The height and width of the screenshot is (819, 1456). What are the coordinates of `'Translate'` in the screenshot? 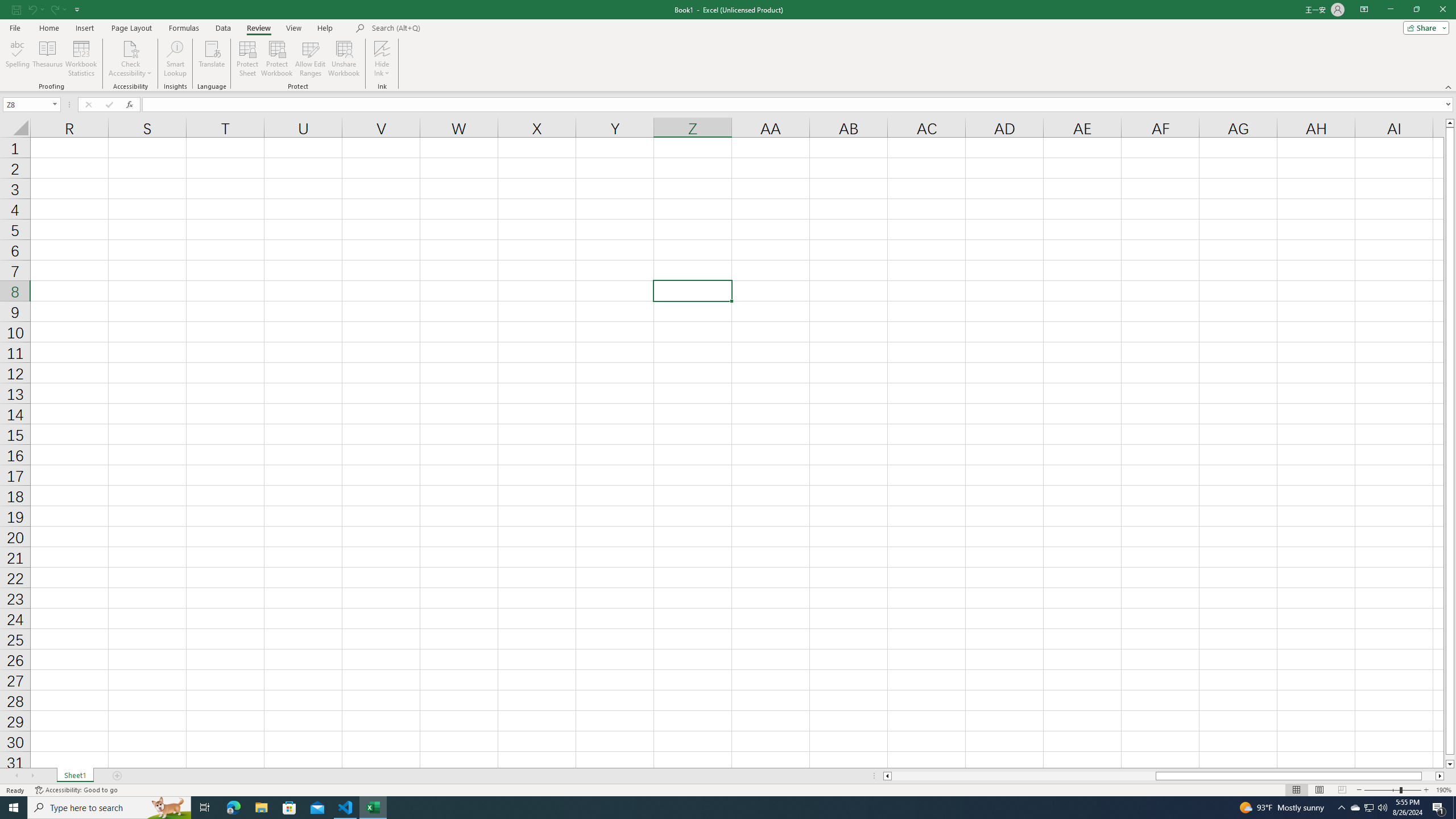 It's located at (211, 59).